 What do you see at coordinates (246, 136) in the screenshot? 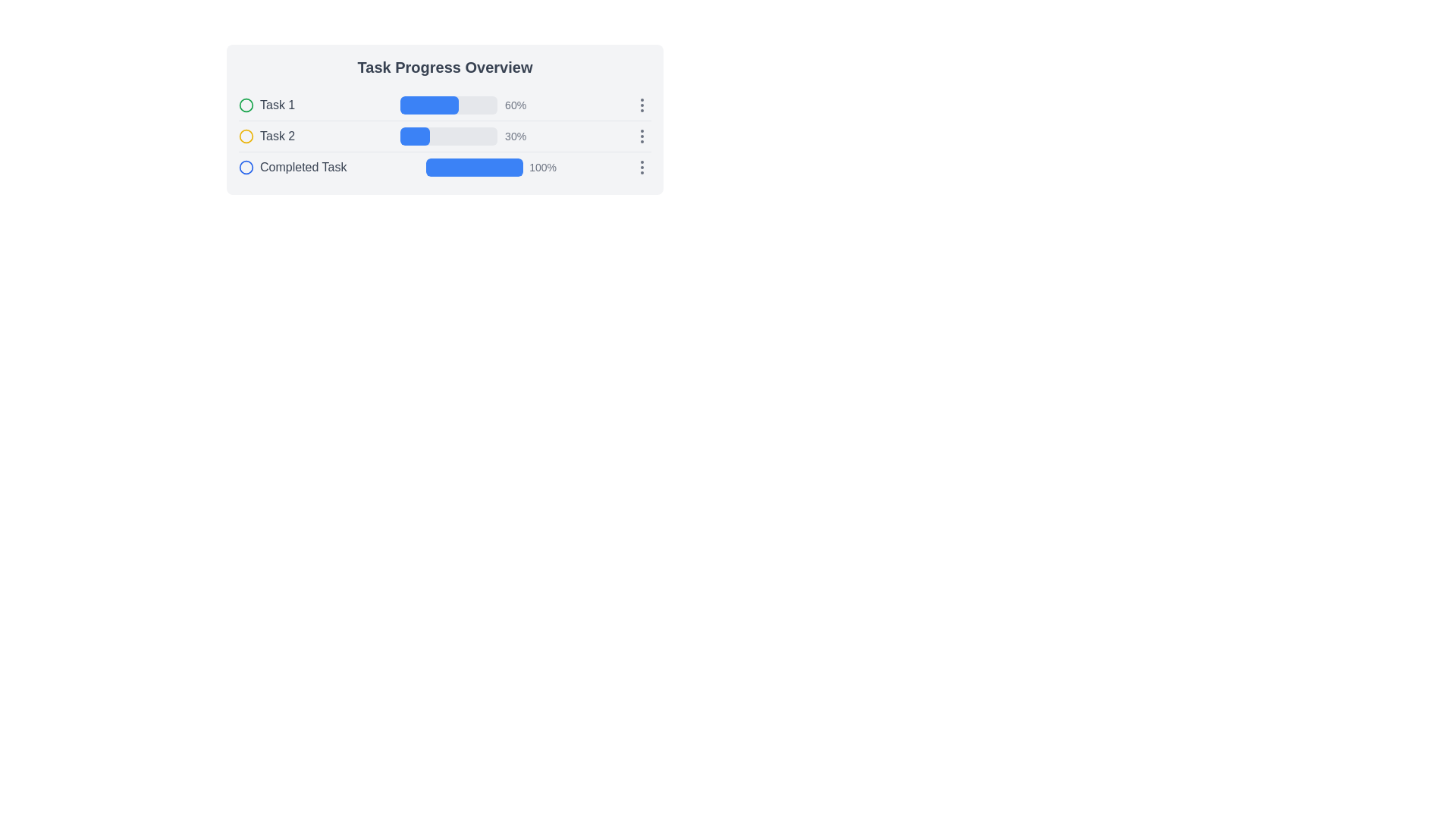
I see `the second circular indicator associated with 'Task 2' to visually signify its status` at bounding box center [246, 136].